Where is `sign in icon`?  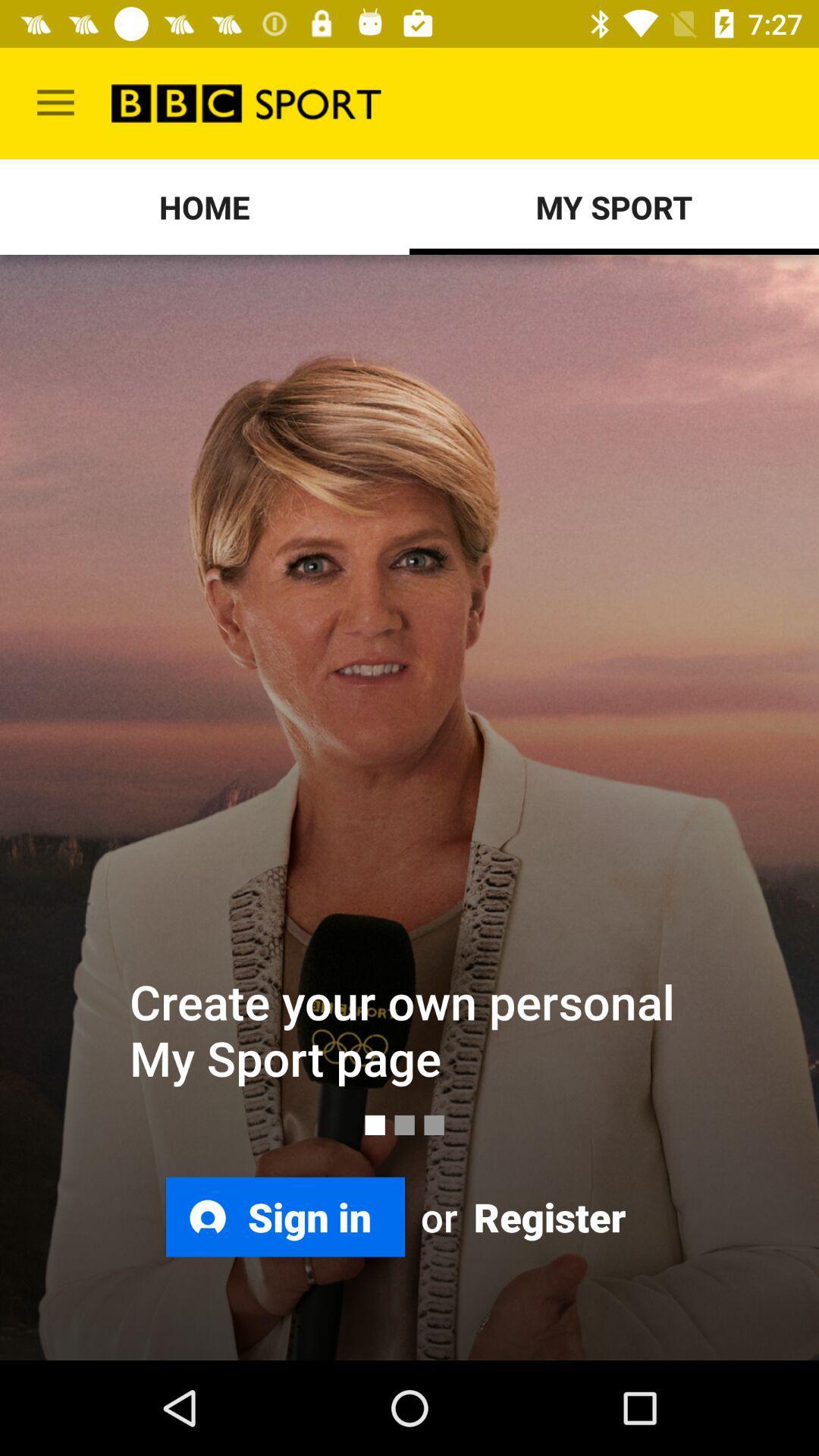 sign in icon is located at coordinates (285, 1216).